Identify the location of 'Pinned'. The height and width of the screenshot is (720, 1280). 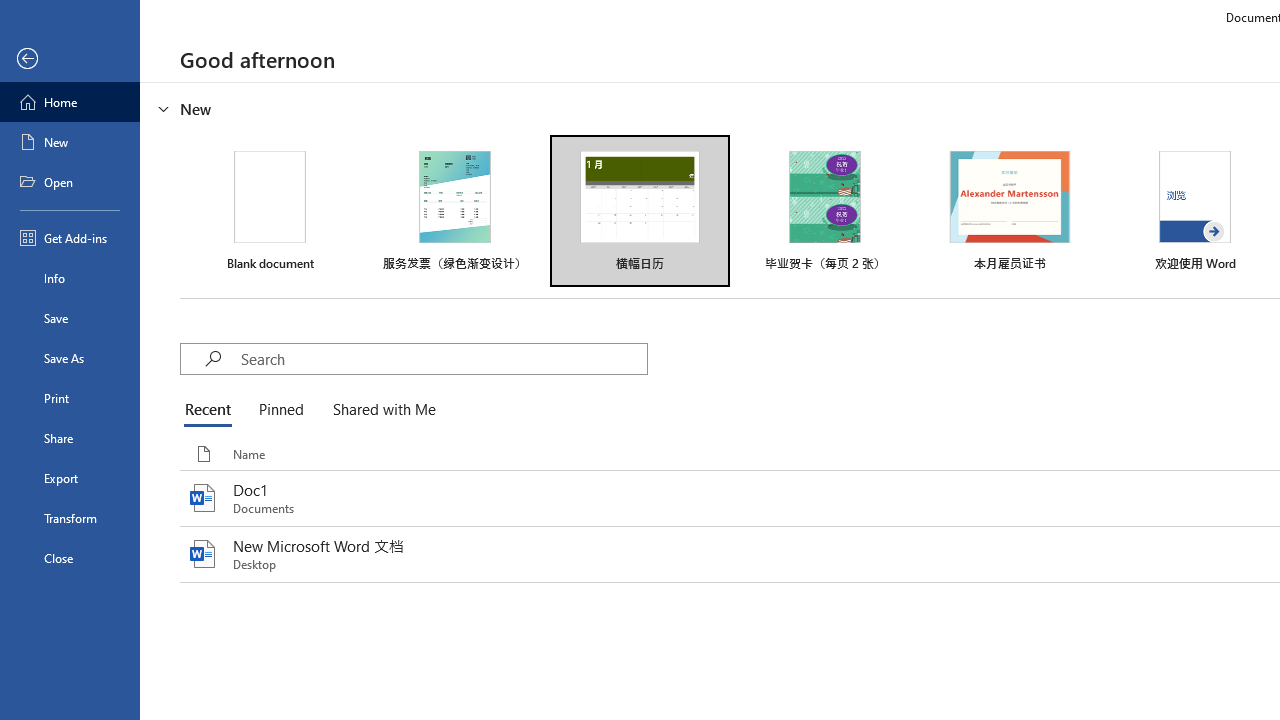
(279, 410).